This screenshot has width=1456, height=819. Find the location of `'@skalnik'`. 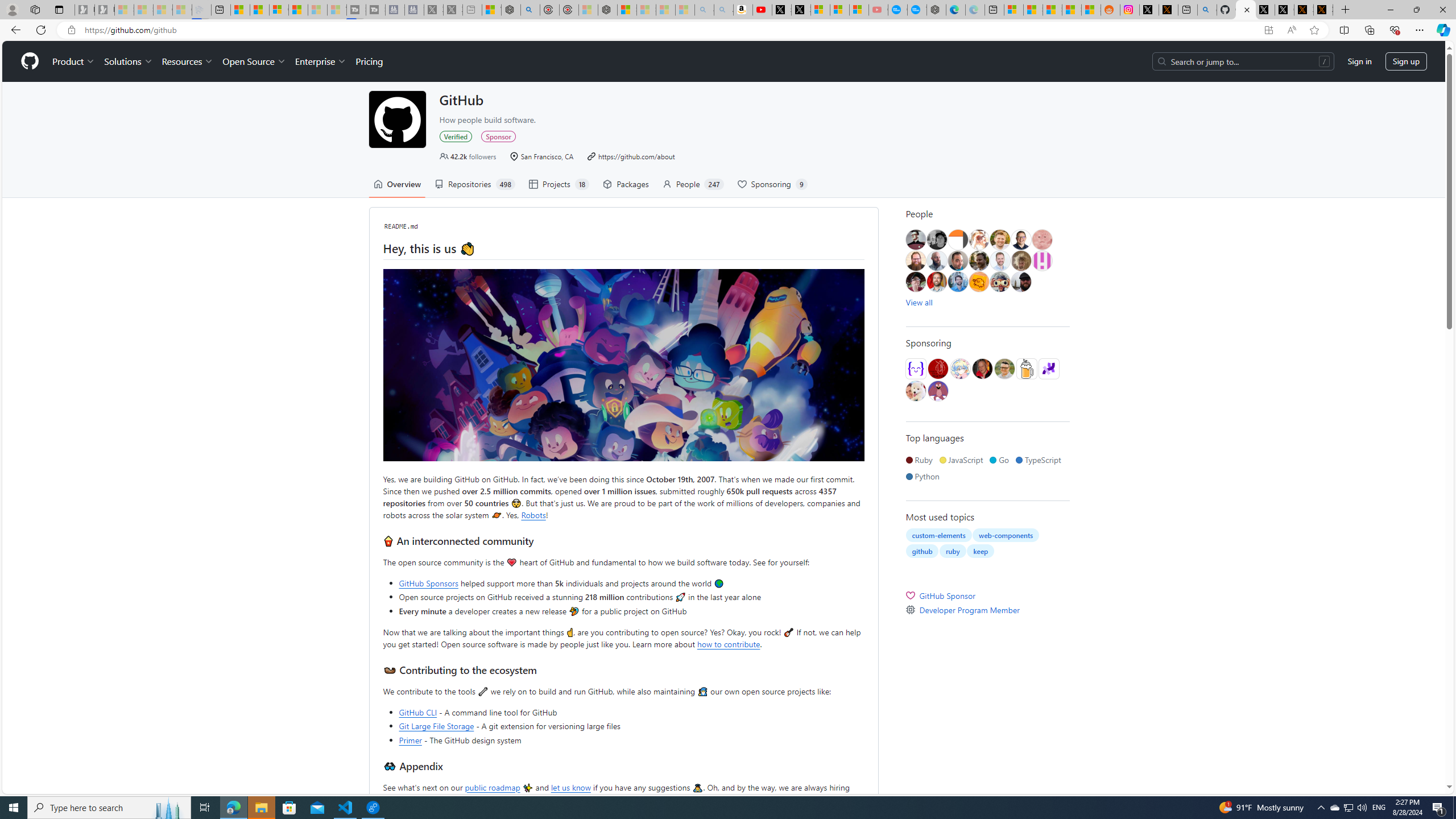

'@skalnik' is located at coordinates (1041, 239).